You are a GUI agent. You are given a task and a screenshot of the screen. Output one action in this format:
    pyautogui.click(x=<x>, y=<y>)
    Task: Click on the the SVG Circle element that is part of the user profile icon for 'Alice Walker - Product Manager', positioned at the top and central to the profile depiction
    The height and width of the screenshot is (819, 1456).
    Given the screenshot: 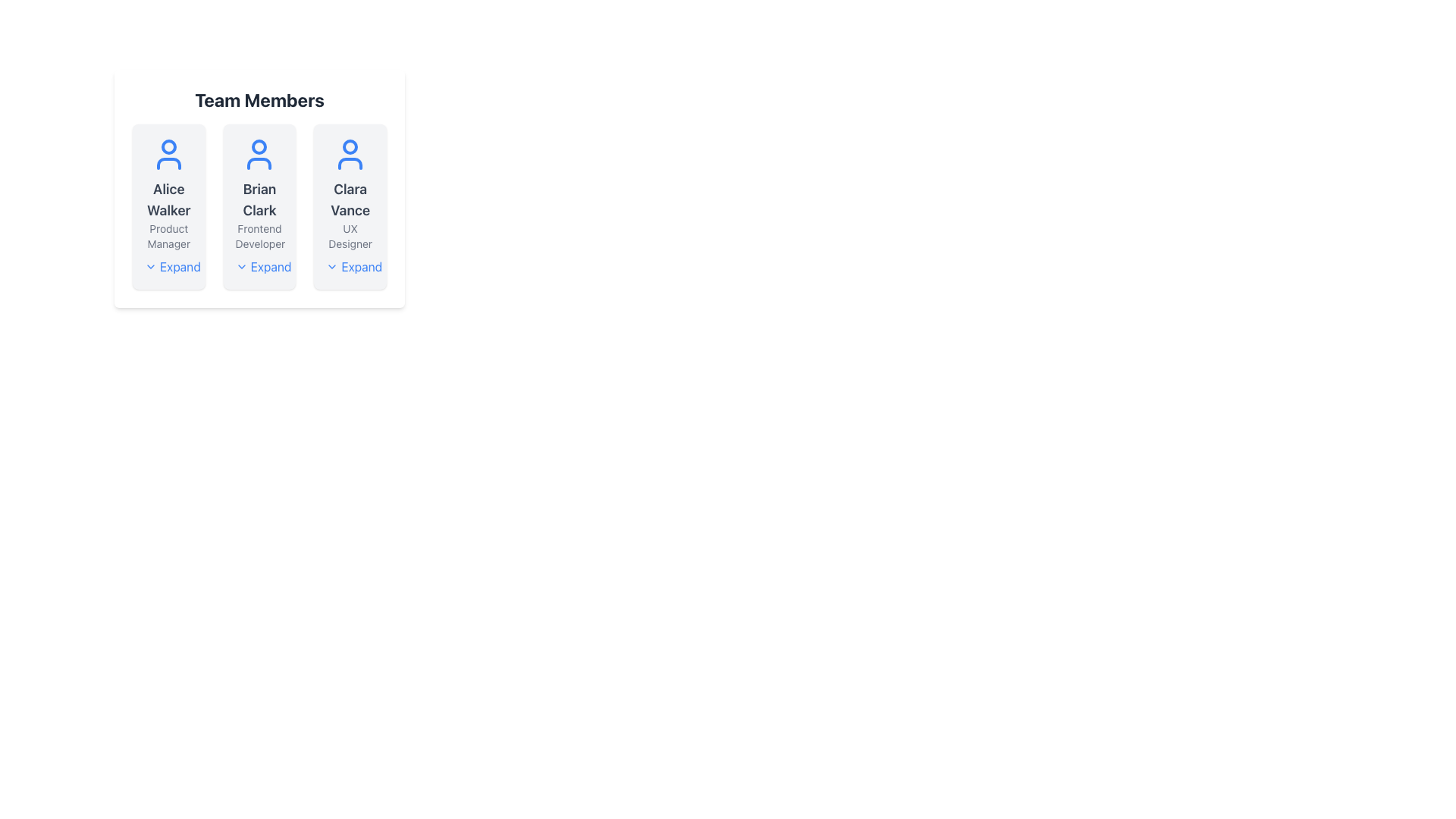 What is the action you would take?
    pyautogui.click(x=168, y=146)
    